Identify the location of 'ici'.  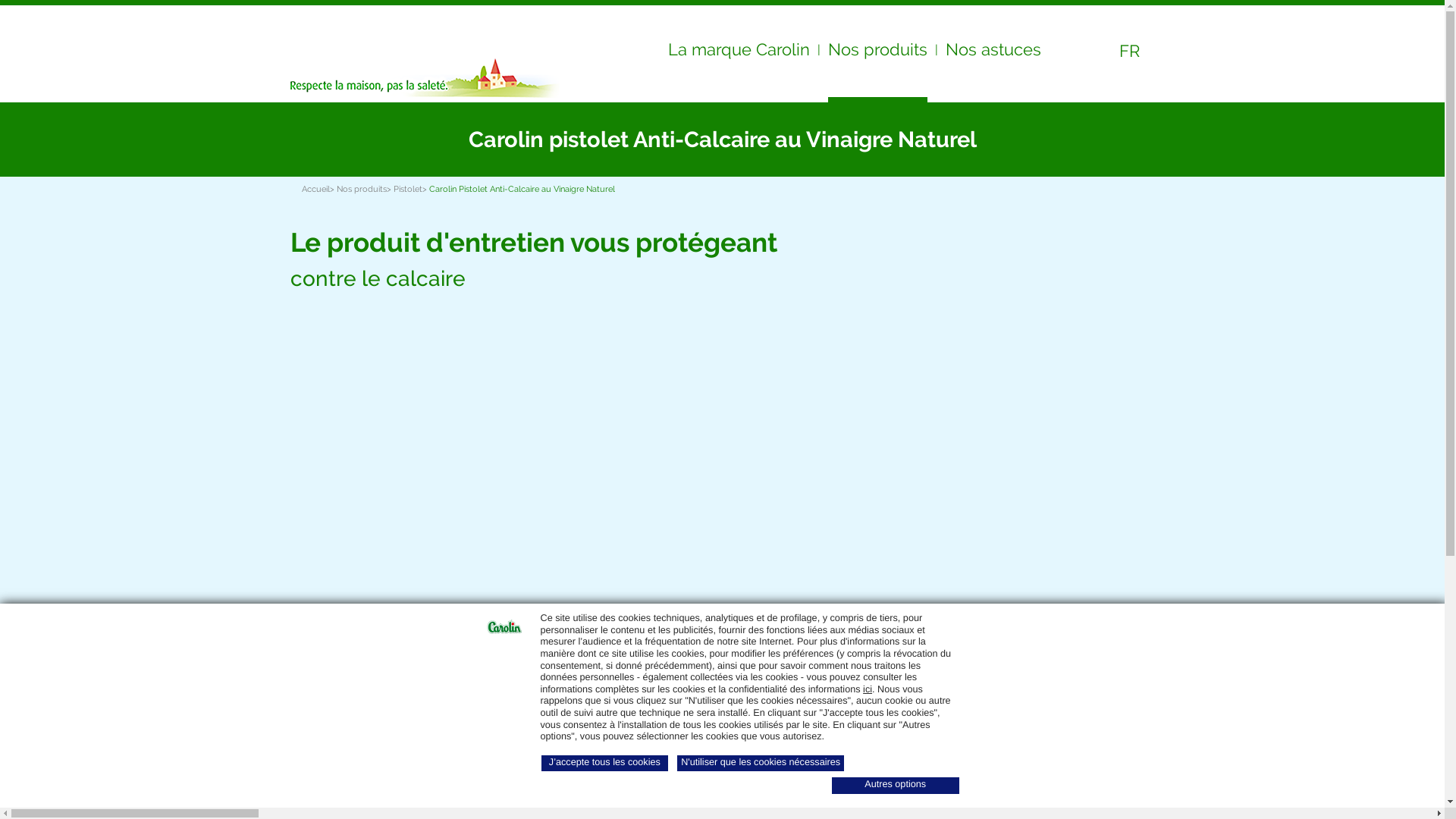
(867, 689).